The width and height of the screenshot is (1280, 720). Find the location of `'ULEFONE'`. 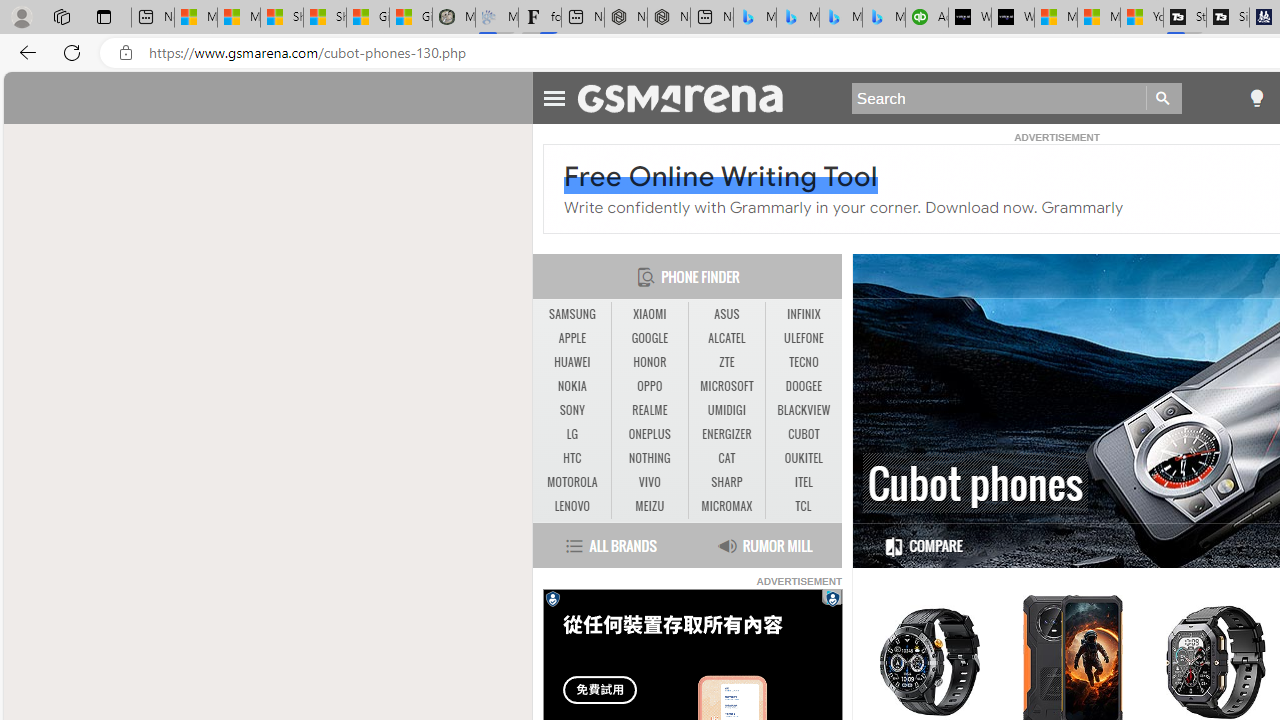

'ULEFONE' is located at coordinates (803, 337).